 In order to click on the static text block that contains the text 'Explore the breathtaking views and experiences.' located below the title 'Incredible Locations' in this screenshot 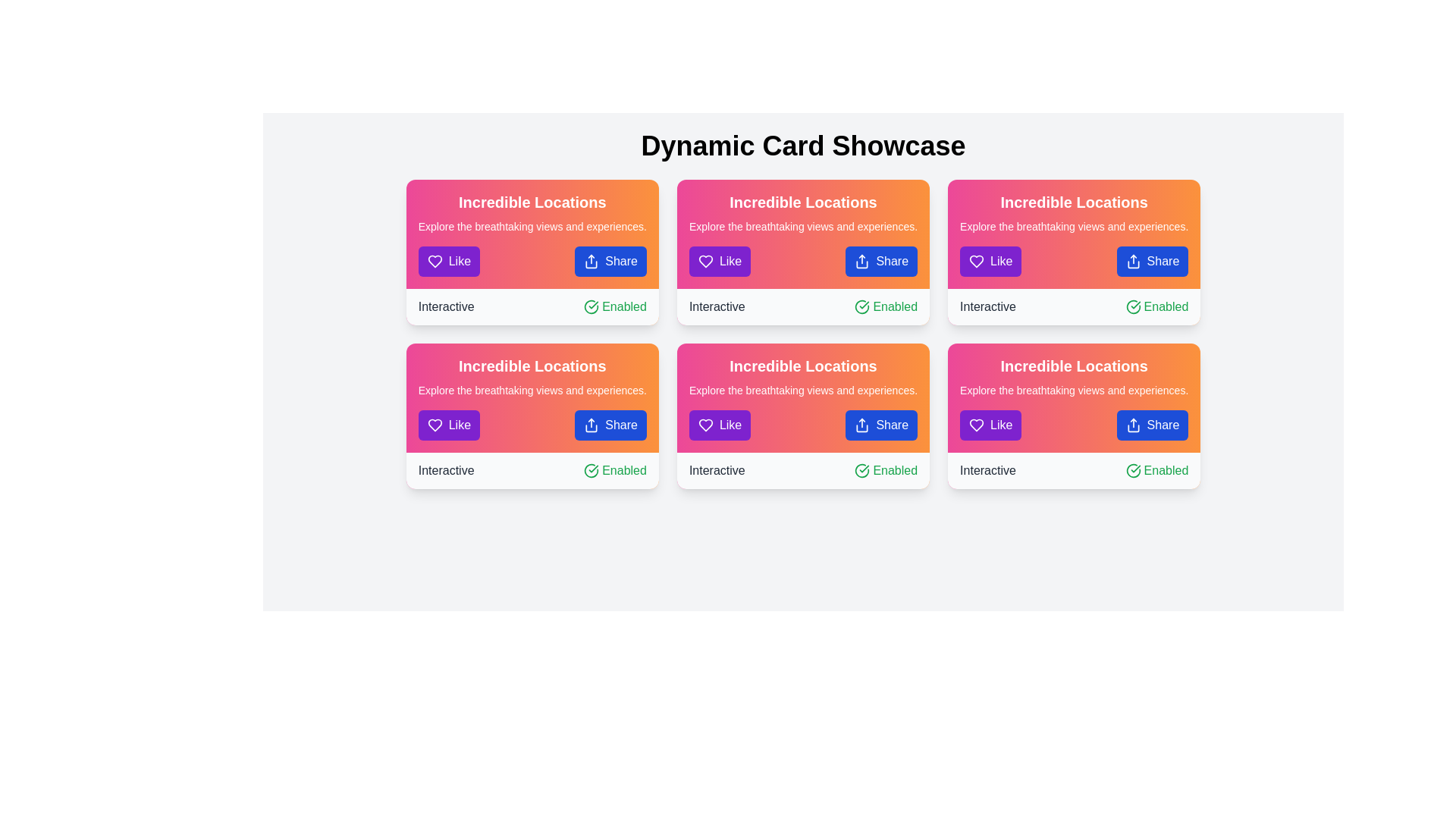, I will do `click(1073, 227)`.